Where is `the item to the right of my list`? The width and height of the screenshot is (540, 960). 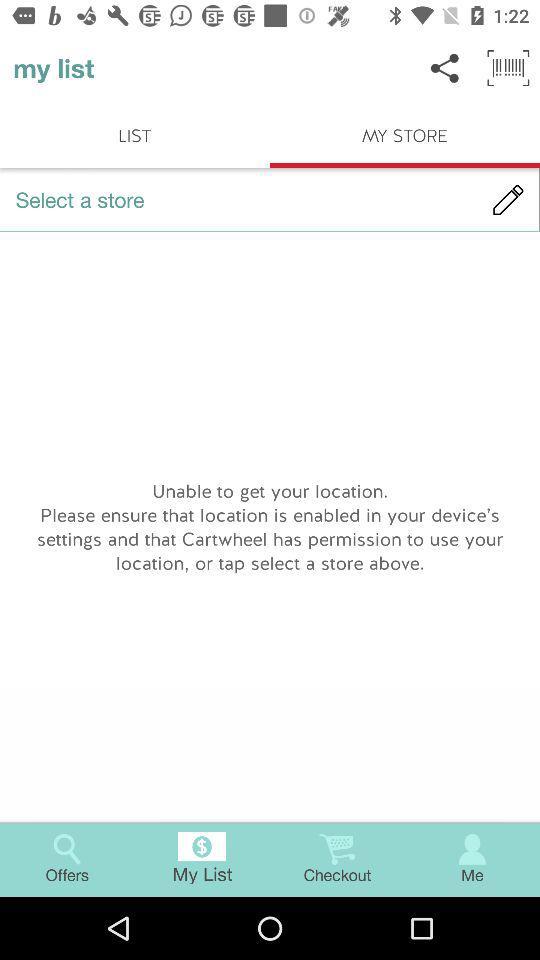
the item to the right of my list is located at coordinates (445, 68).